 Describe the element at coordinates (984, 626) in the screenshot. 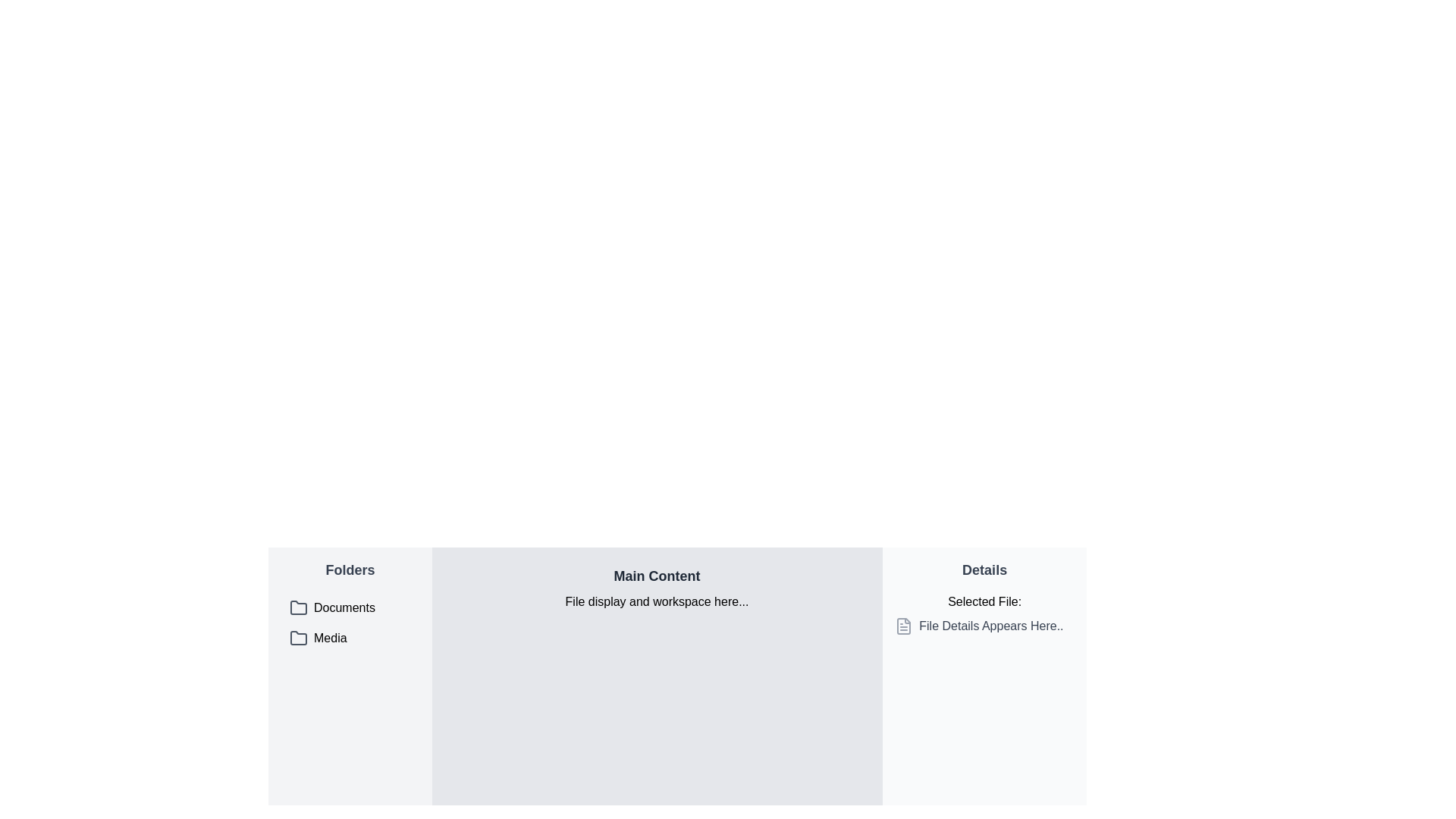

I see `the composite element that displays file details, located in the 'Details' section, directly below the 'Selected File:' title` at that location.